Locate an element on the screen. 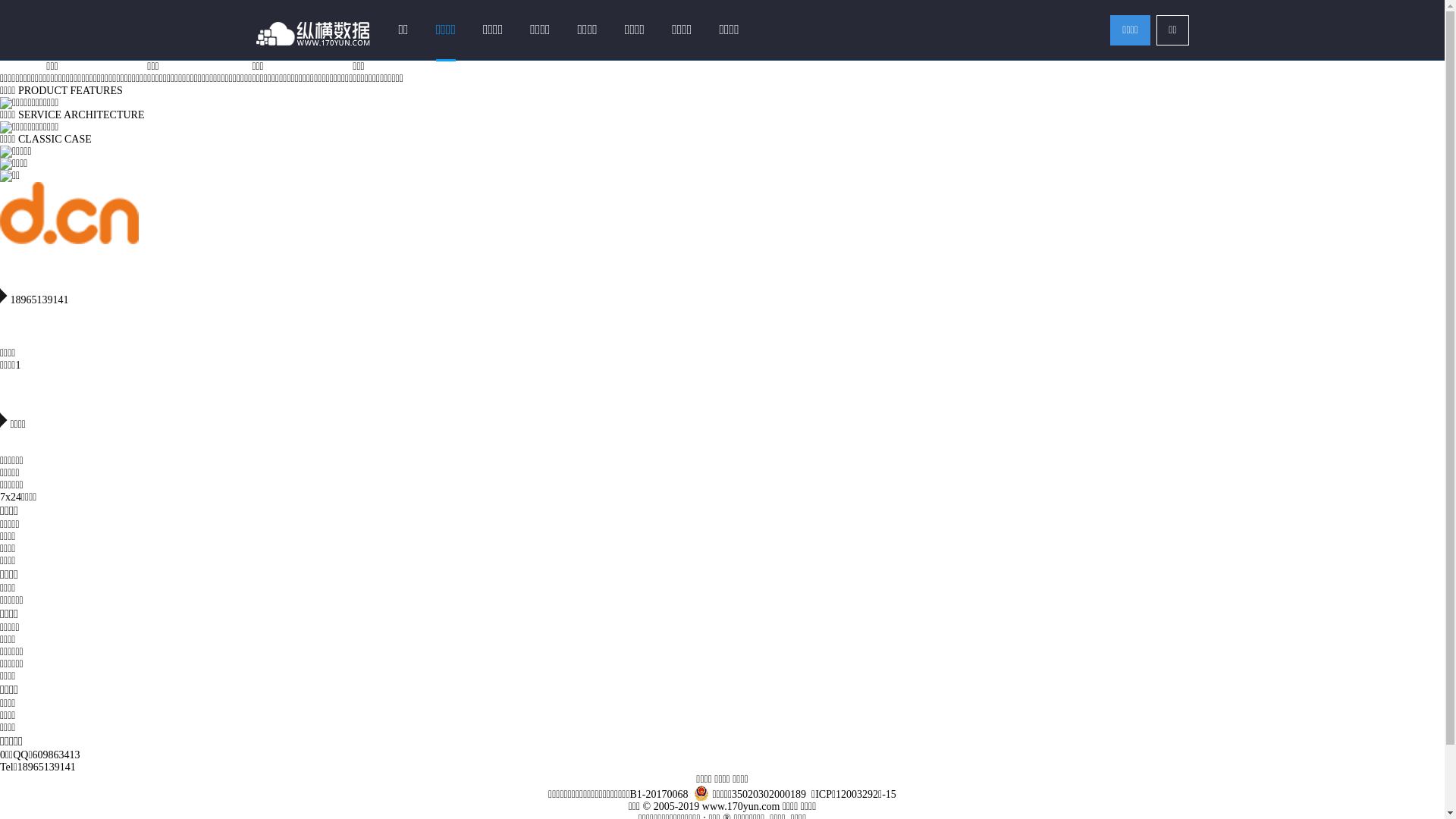 Image resolution: width=1456 pixels, height=819 pixels. '18965139141' is located at coordinates (17, 767).